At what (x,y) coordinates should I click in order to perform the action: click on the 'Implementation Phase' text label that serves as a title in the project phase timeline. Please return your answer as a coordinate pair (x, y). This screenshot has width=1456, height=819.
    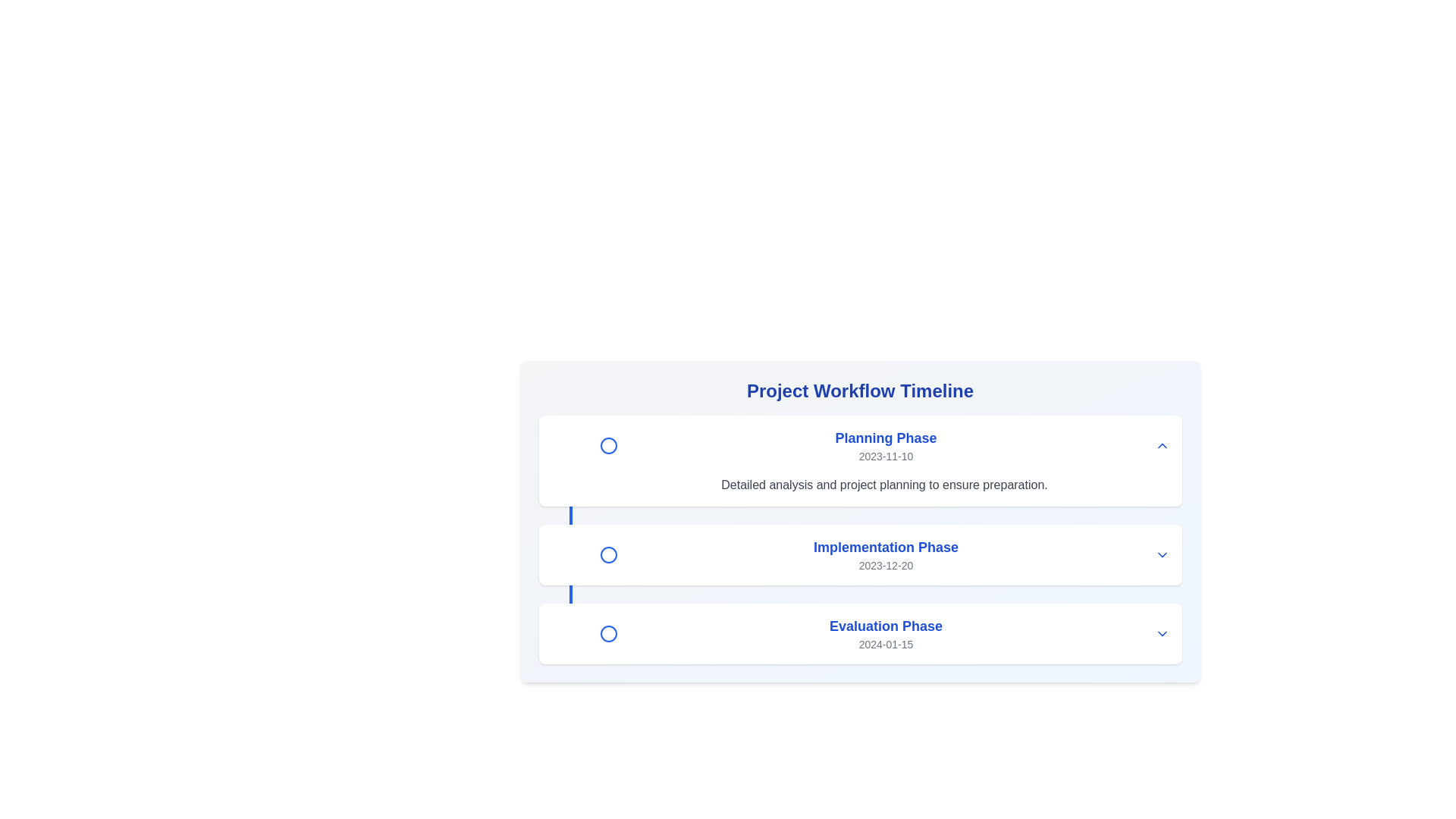
    Looking at the image, I should click on (886, 547).